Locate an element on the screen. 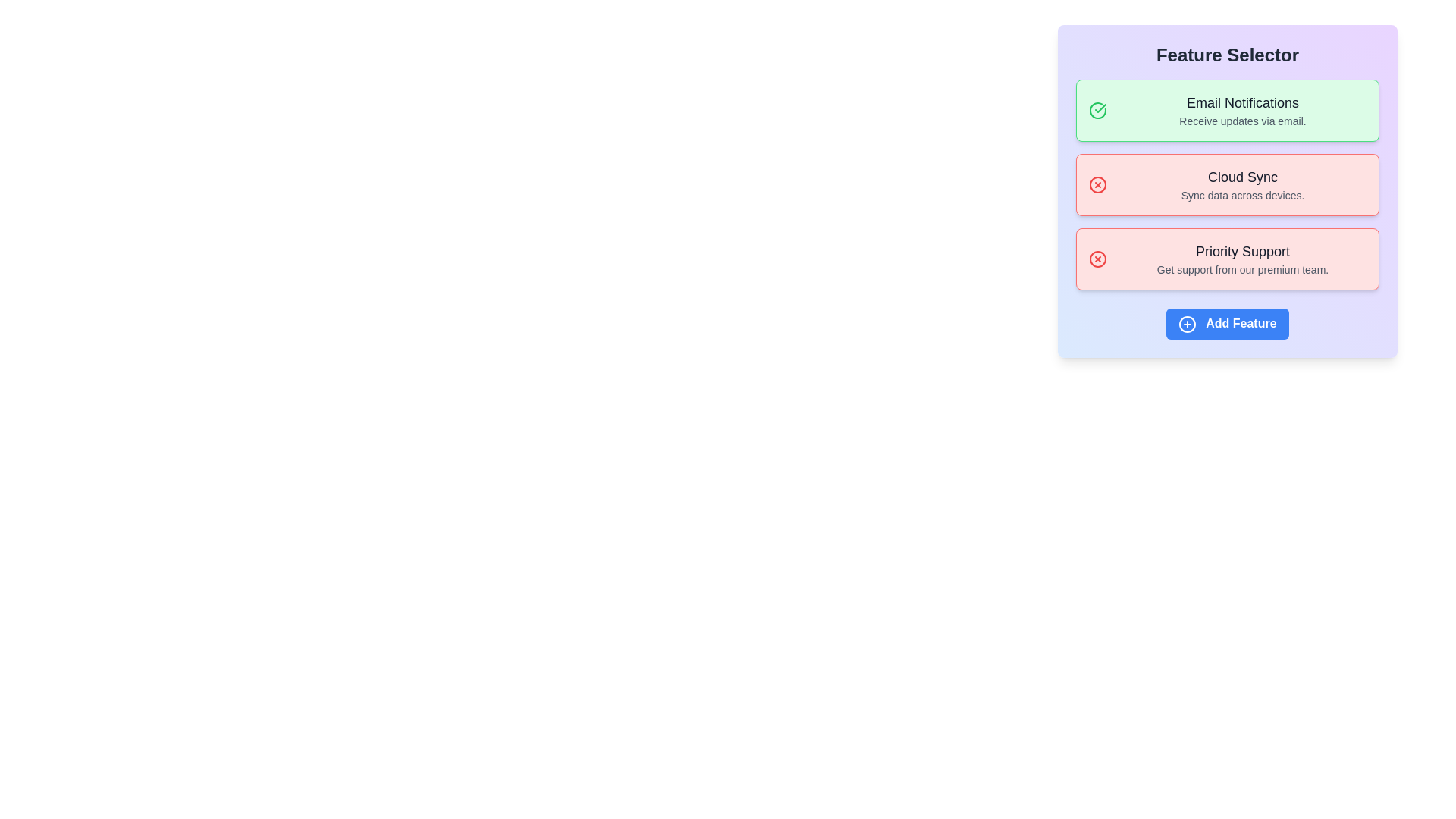 The height and width of the screenshot is (819, 1456). the 'Priority Support' text display module, which has a bold dark-gray heading and a lighter subtext, located in the top-right section of the interface is located at coordinates (1242, 259).